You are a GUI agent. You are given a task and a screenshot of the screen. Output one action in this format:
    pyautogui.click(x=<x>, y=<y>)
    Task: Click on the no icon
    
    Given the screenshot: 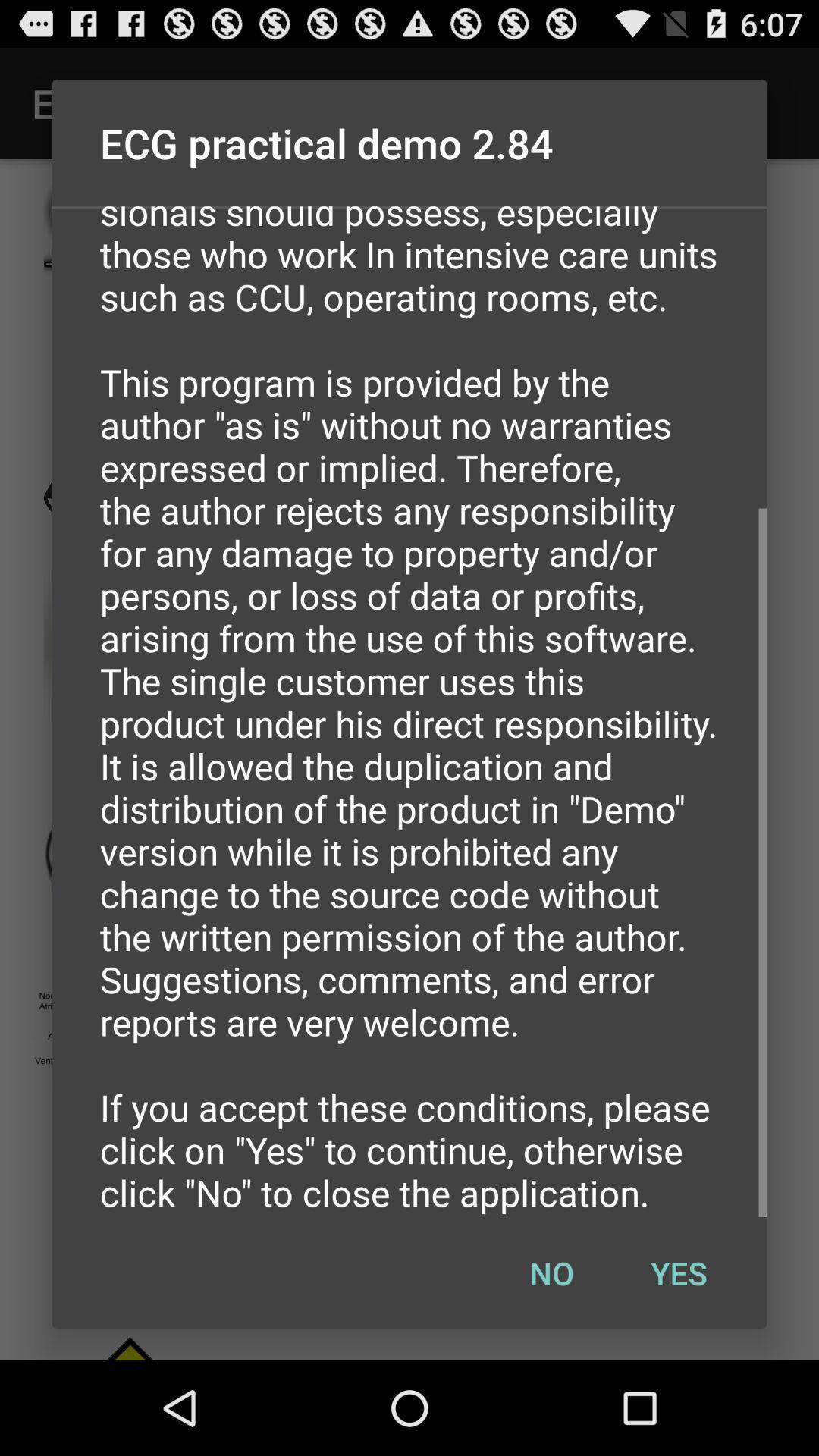 What is the action you would take?
    pyautogui.click(x=551, y=1272)
    